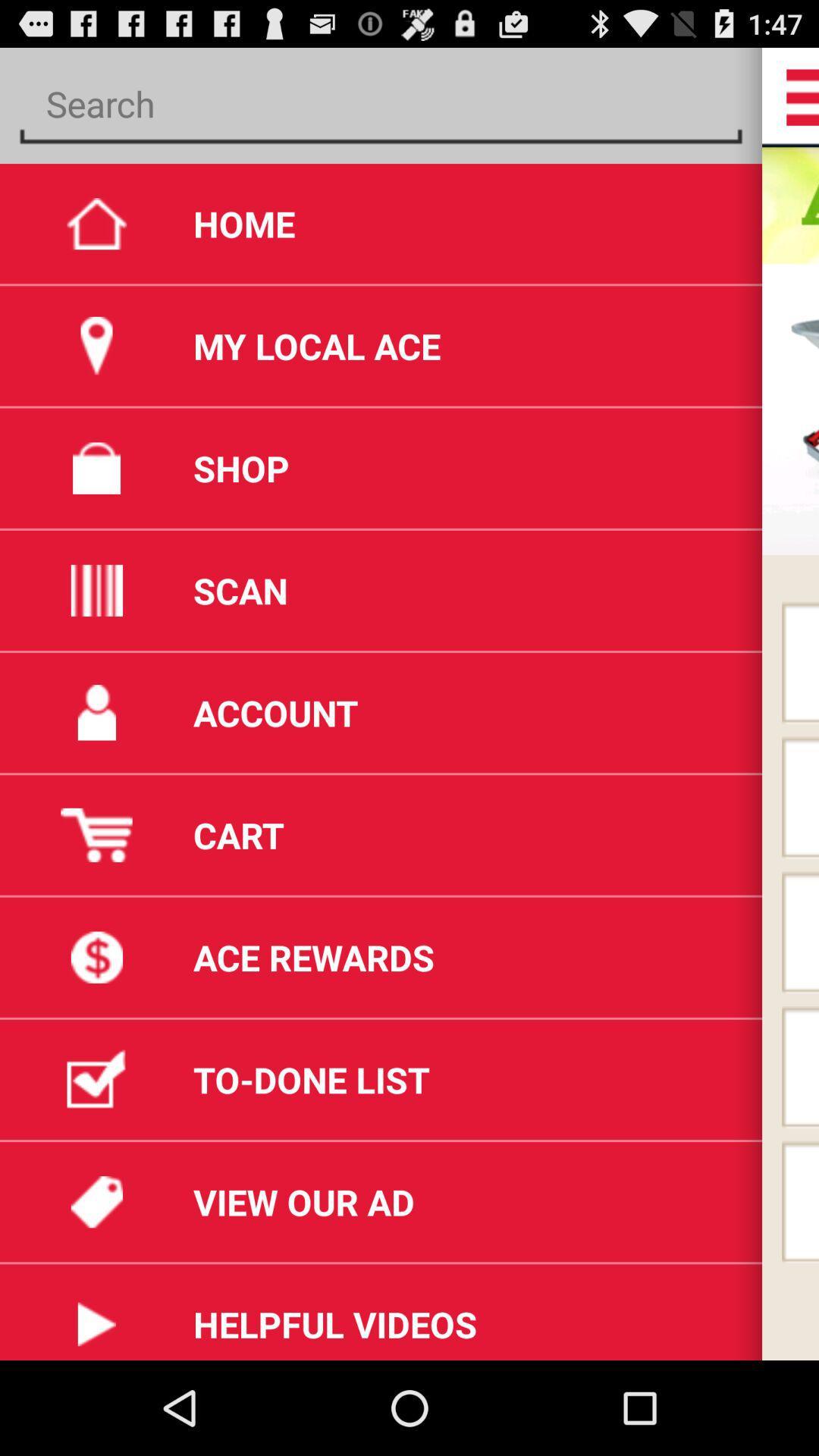  What do you see at coordinates (380, 105) in the screenshot?
I see `search ace` at bounding box center [380, 105].